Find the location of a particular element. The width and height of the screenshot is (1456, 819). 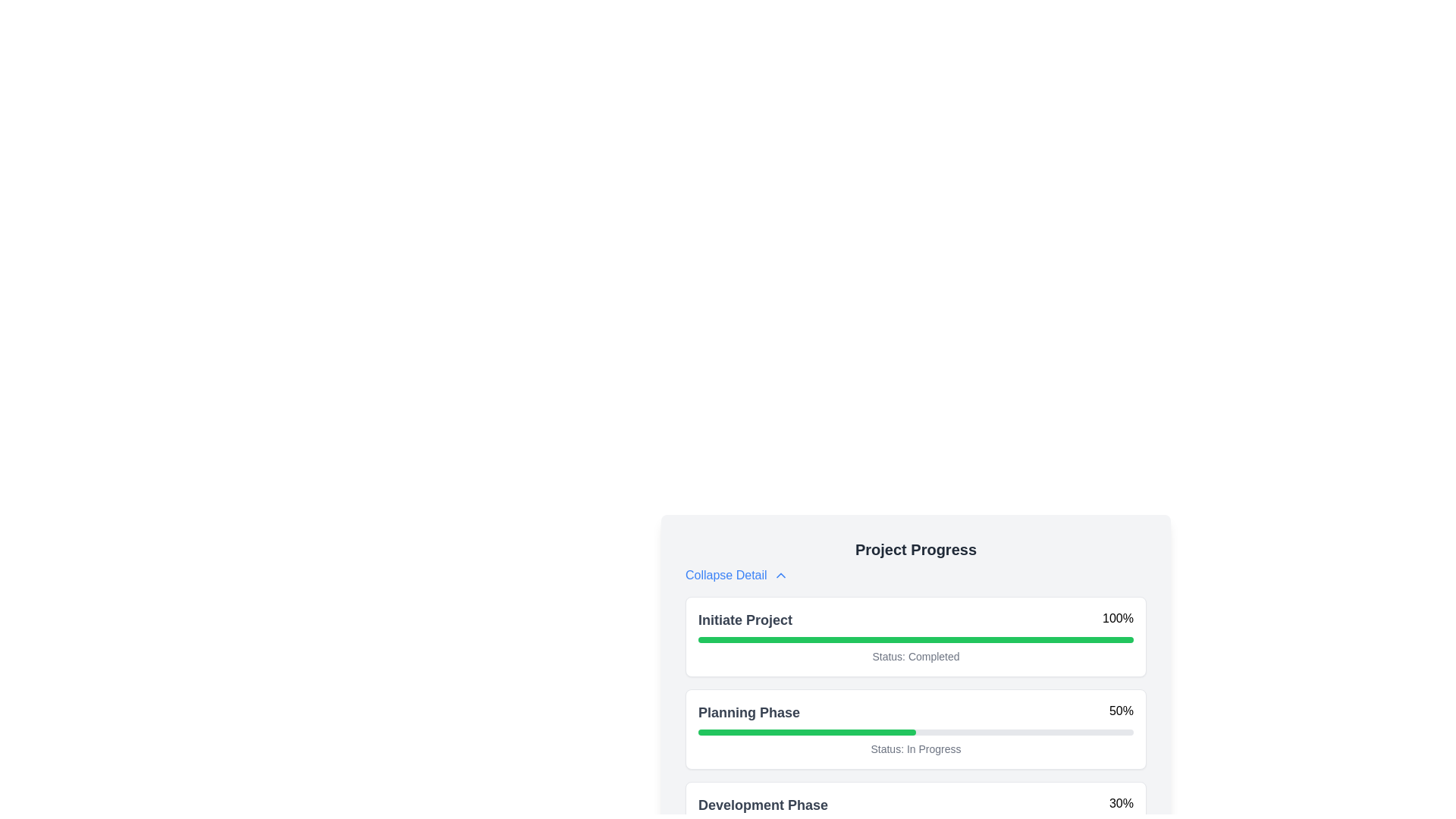

the 'Initiate Project' text label, which is bold and dark gray, located in the progress tracker UI is located at coordinates (745, 620).